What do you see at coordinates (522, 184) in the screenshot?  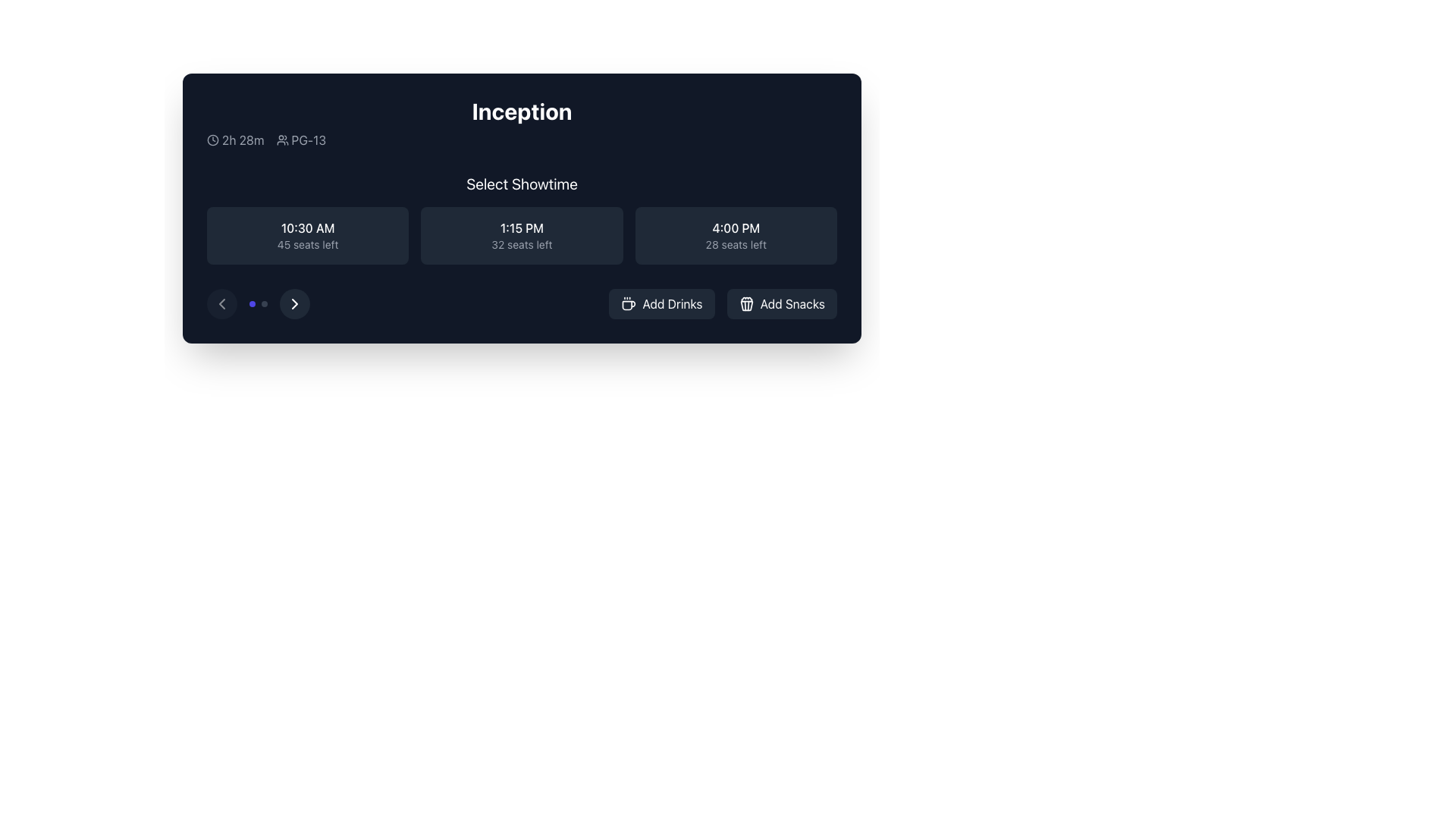 I see `the header text 'Select Showtime', which is styled in white, extra-large font and is centered above the showtime buttons` at bounding box center [522, 184].